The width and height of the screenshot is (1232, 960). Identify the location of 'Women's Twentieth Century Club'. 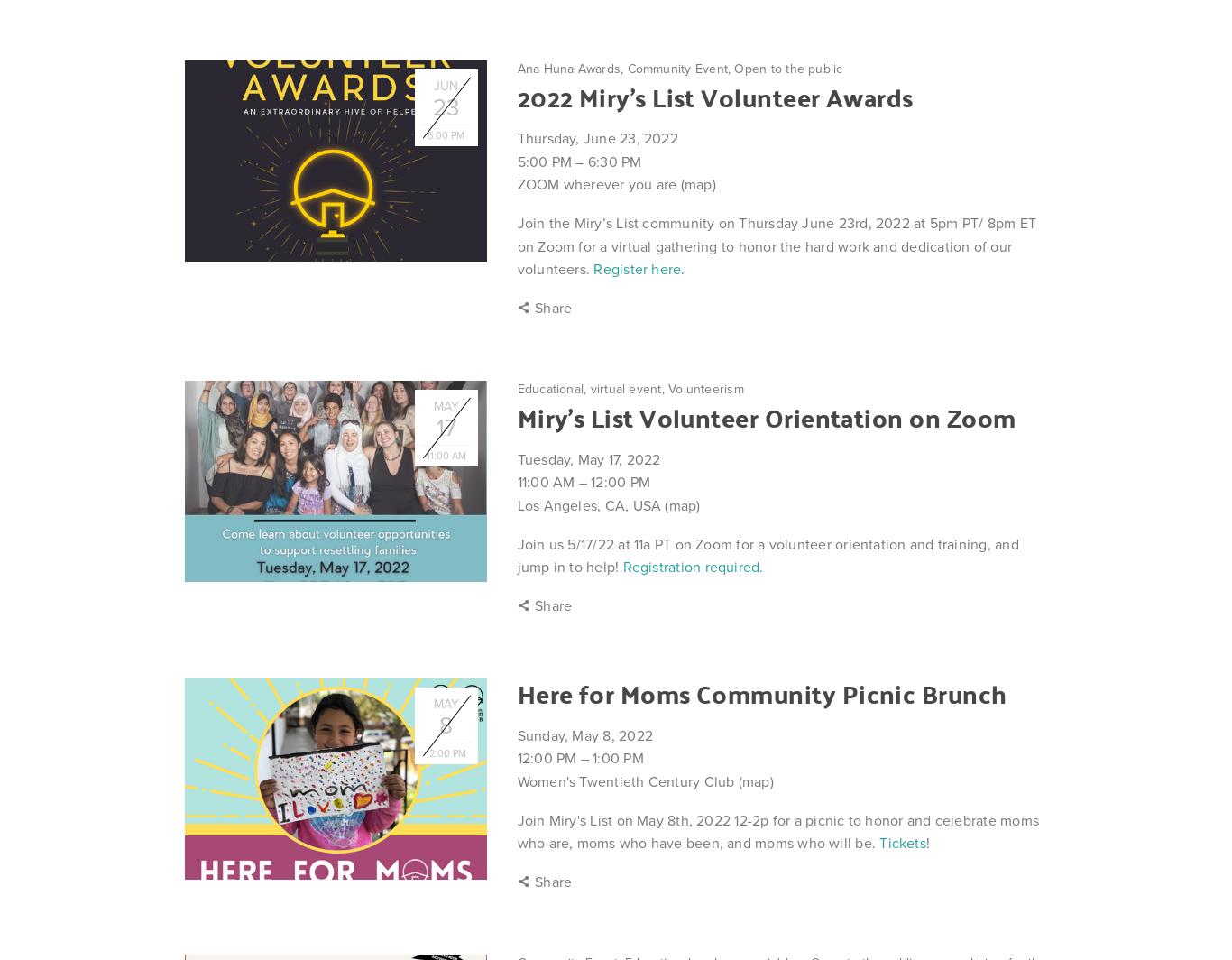
(627, 781).